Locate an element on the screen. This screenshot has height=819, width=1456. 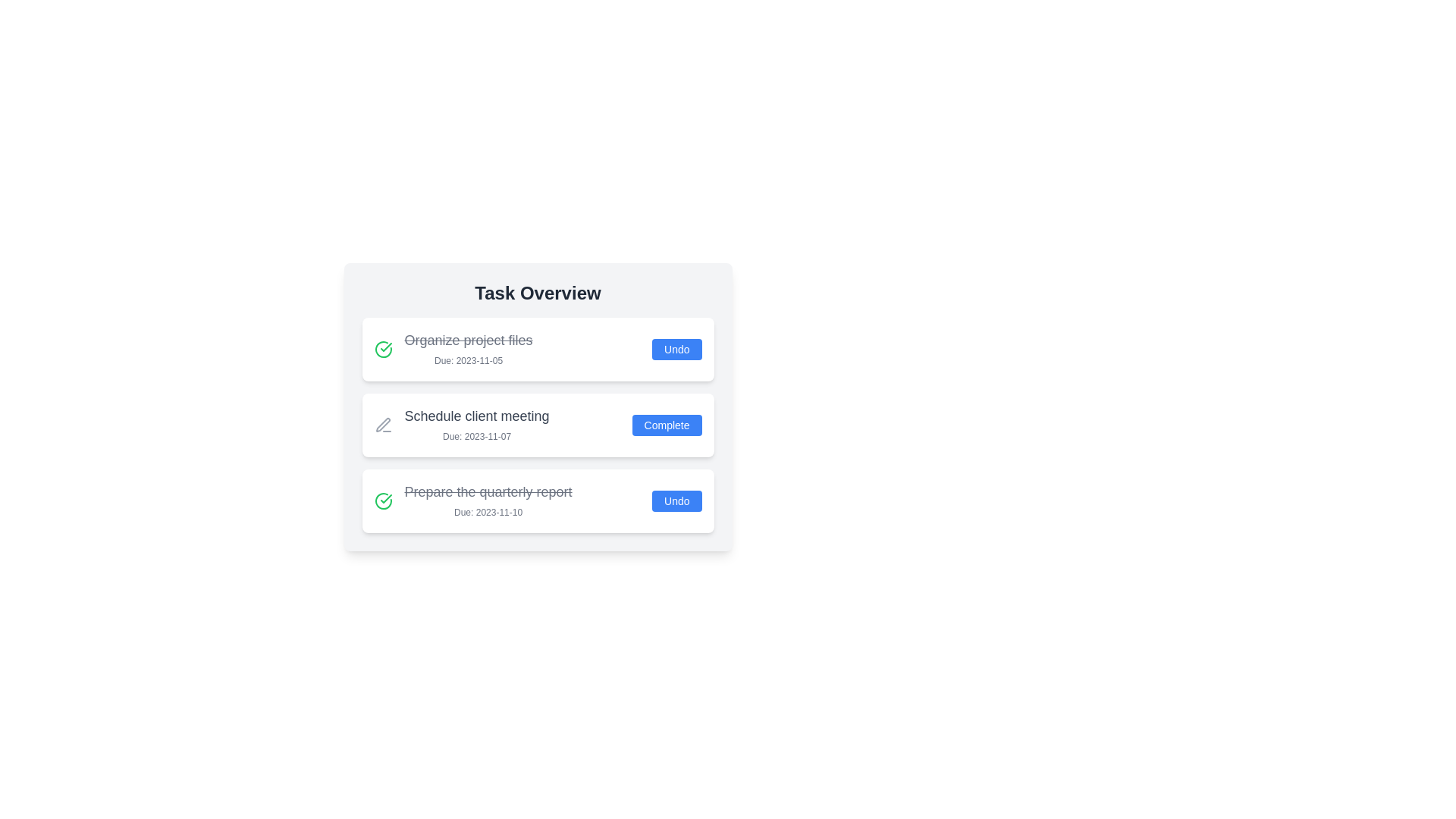
the task card for 'Organize project files' to observe any visual changes is located at coordinates (538, 350).